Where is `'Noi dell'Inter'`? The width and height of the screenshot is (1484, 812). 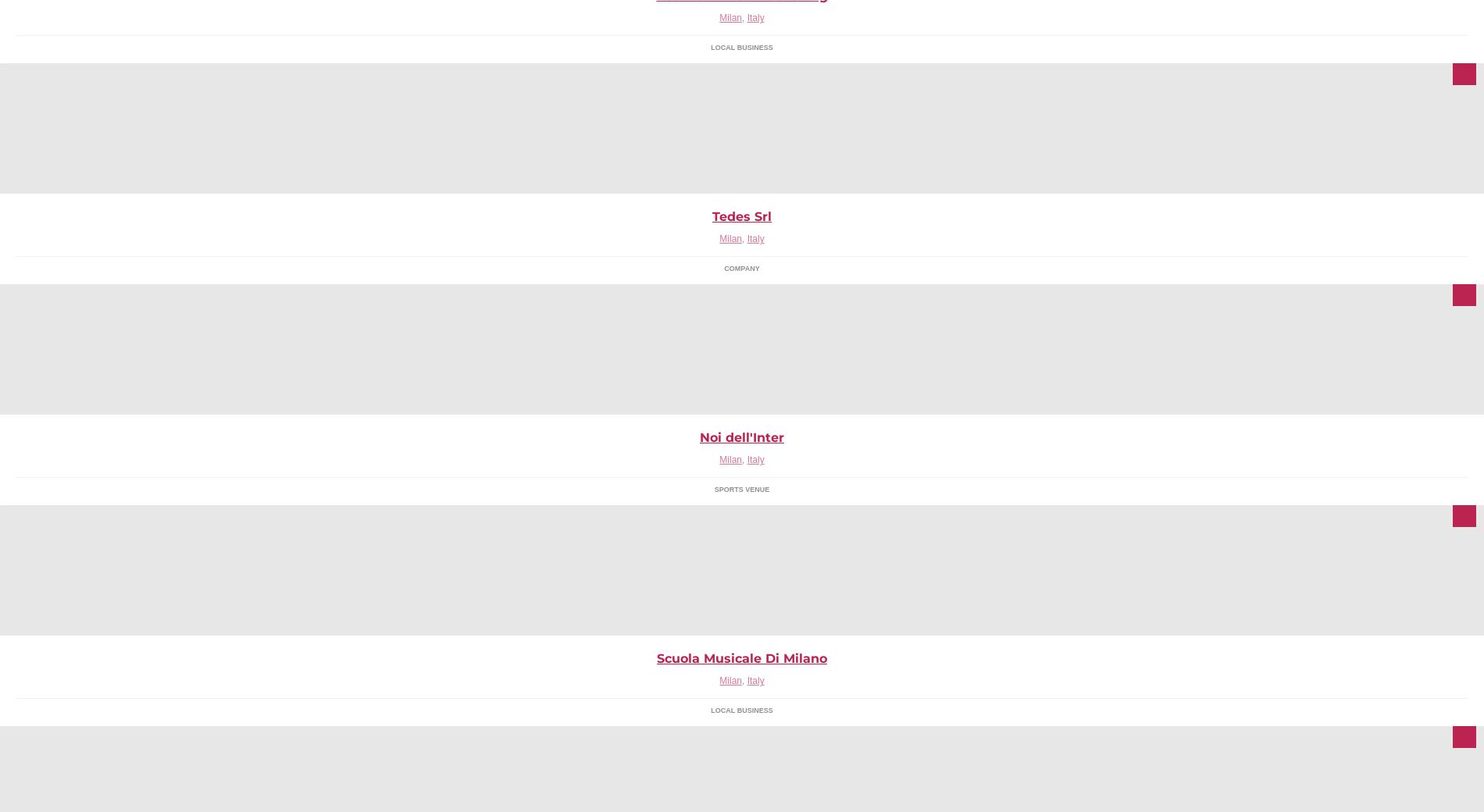
'Noi dell'Inter' is located at coordinates (742, 436).